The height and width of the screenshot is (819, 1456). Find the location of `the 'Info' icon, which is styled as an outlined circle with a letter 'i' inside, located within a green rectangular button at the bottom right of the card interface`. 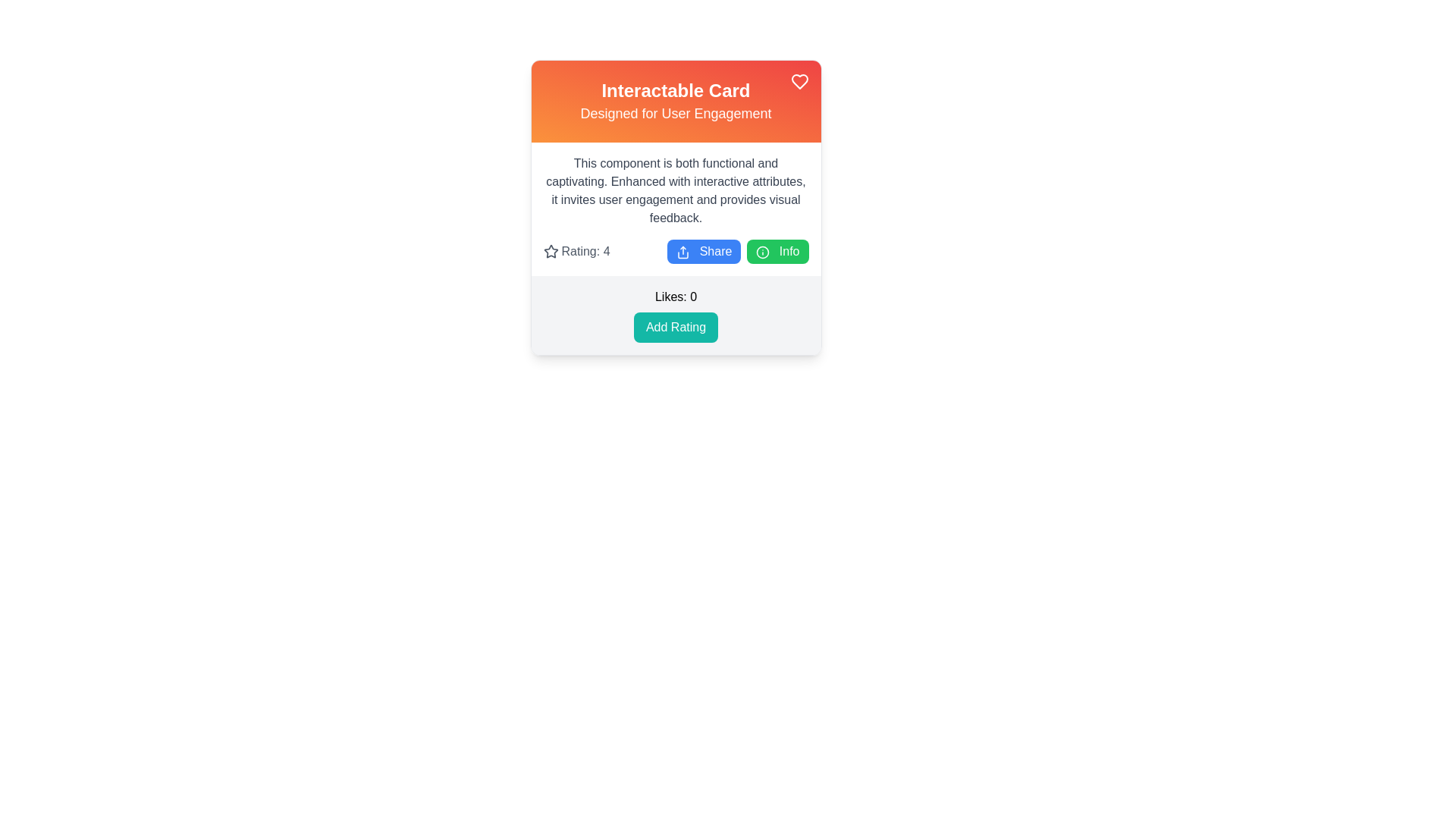

the 'Info' icon, which is styled as an outlined circle with a letter 'i' inside, located within a green rectangular button at the bottom right of the card interface is located at coordinates (763, 251).